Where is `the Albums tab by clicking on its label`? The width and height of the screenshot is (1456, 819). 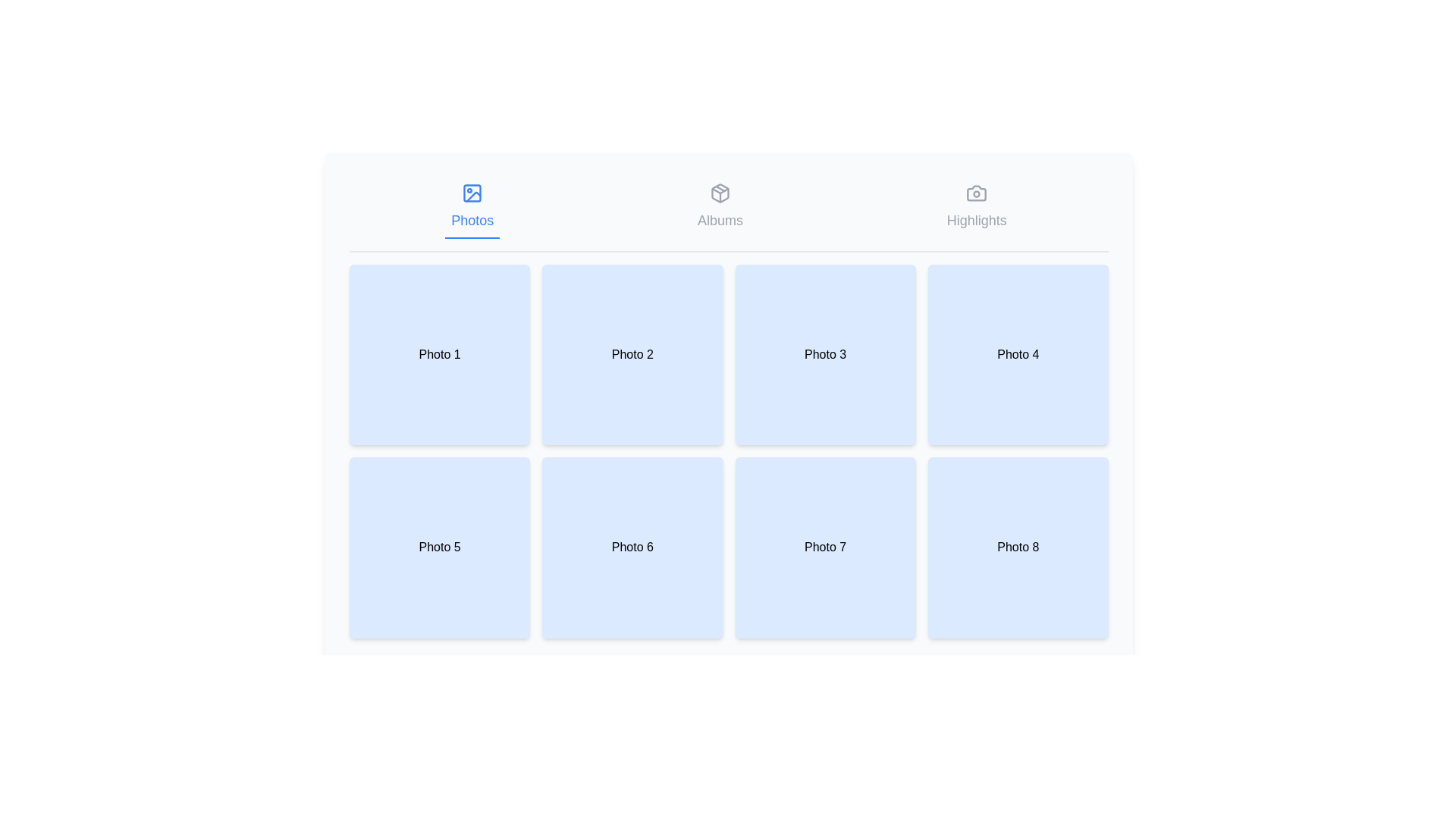 the Albums tab by clicking on its label is located at coordinates (720, 207).